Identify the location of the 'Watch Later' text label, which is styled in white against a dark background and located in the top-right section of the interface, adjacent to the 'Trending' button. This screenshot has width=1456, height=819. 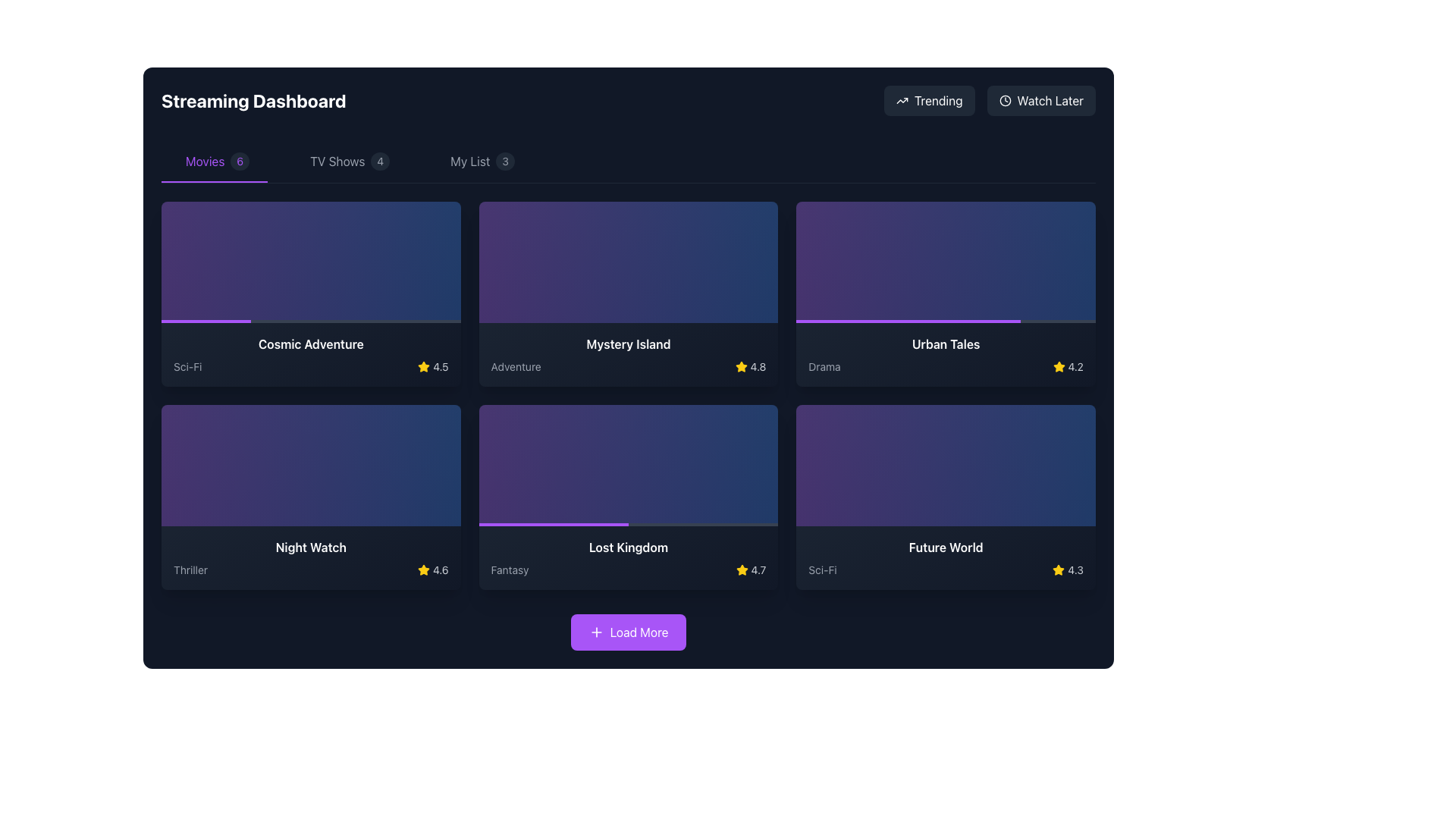
(1050, 100).